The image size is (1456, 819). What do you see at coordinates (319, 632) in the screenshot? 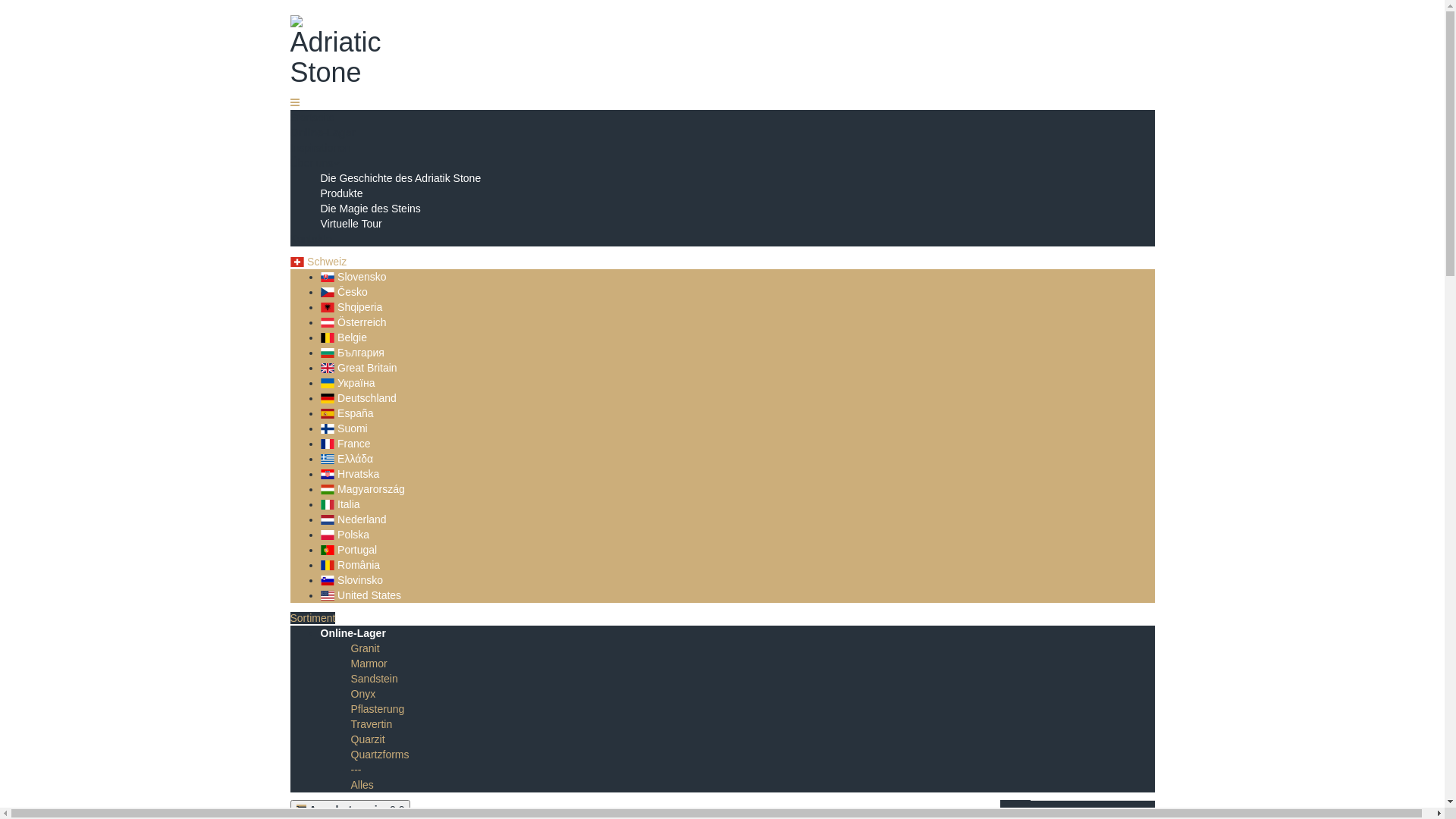
I see `'Online-Lager'` at bounding box center [319, 632].